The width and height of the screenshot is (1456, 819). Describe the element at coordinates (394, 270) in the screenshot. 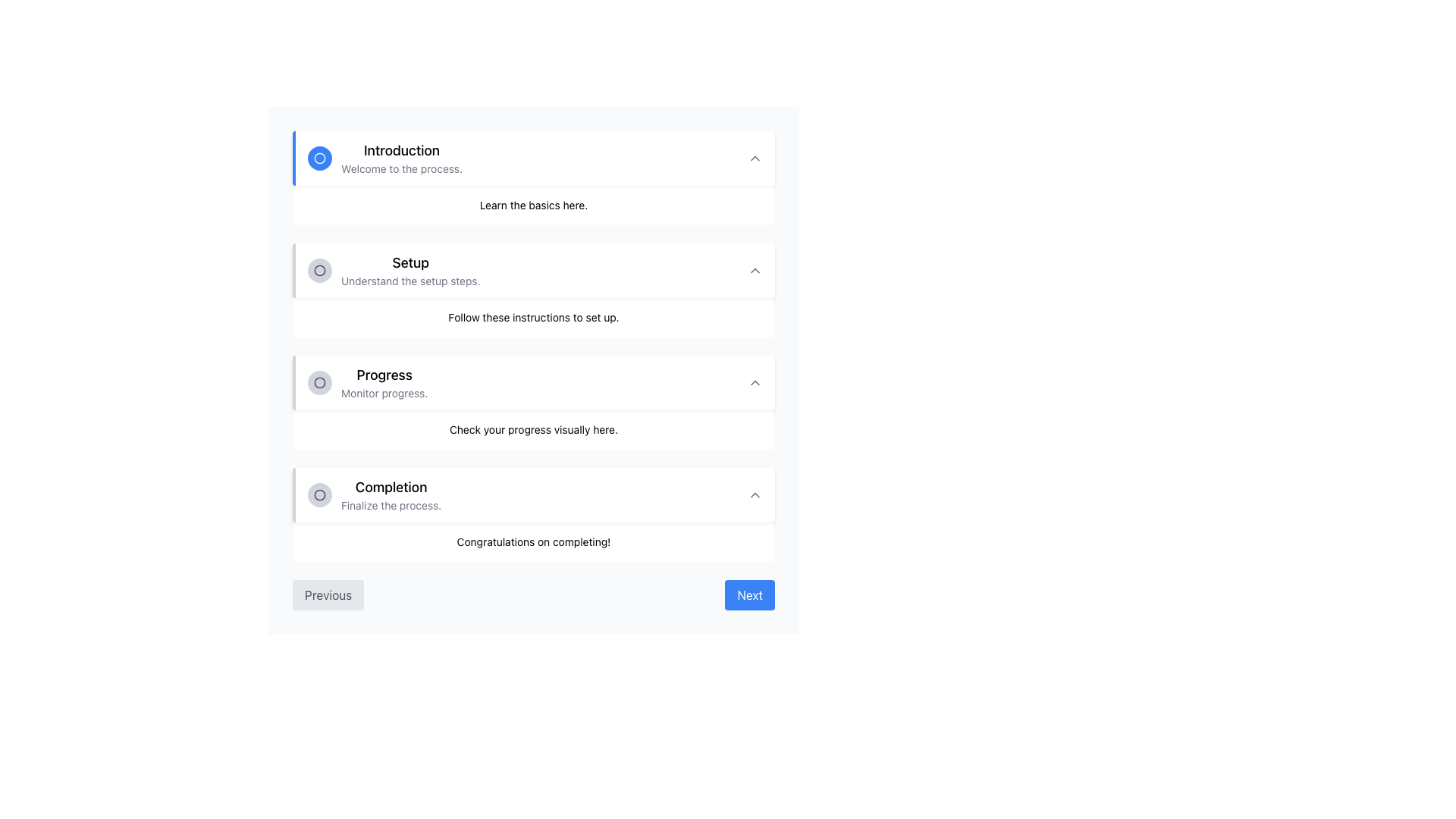

I see `the text section that indicates the setup stage, which is the second item in a vertically stacked list of components, located beneath the 'Introduction' component and above the 'Progress' component` at that location.